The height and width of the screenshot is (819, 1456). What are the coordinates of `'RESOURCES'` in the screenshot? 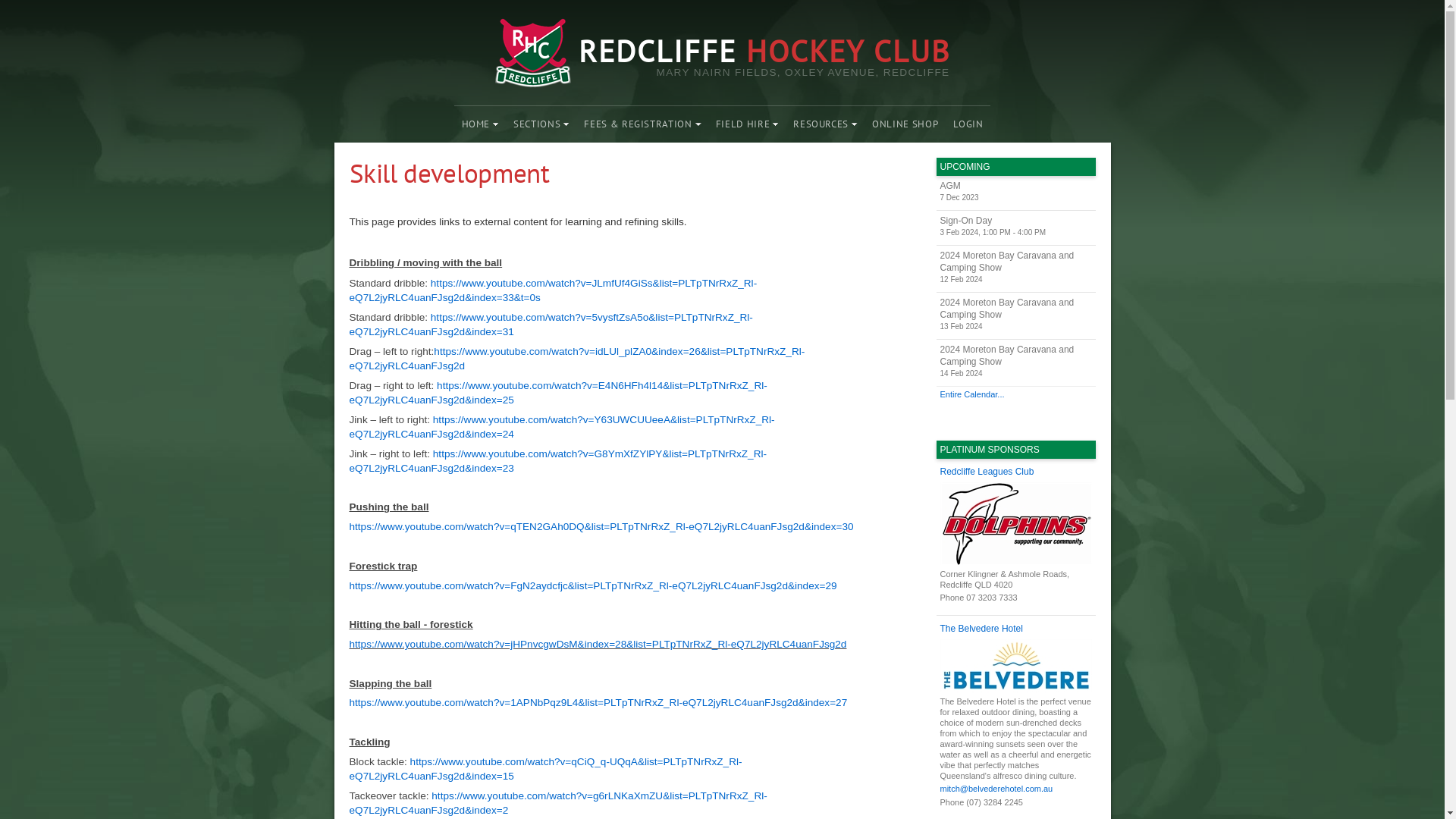 It's located at (824, 124).